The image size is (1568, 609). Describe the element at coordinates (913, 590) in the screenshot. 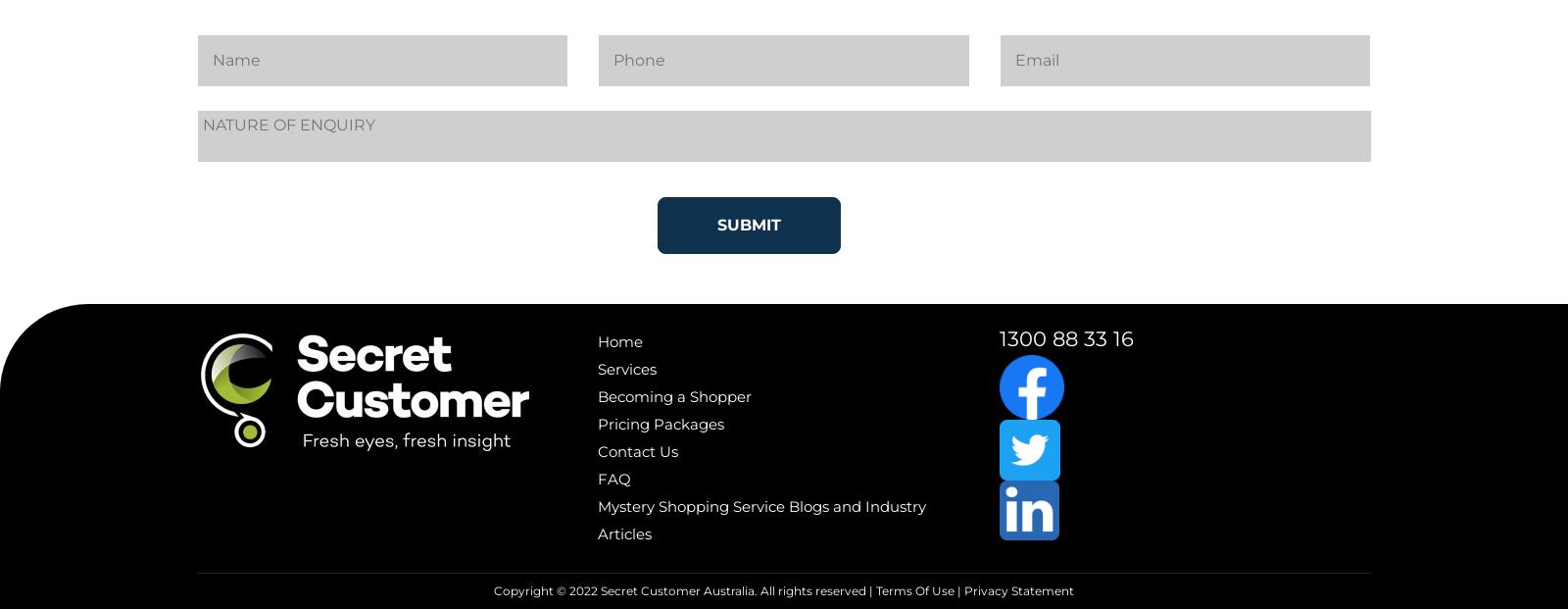

I see `'Terms Of Use'` at that location.